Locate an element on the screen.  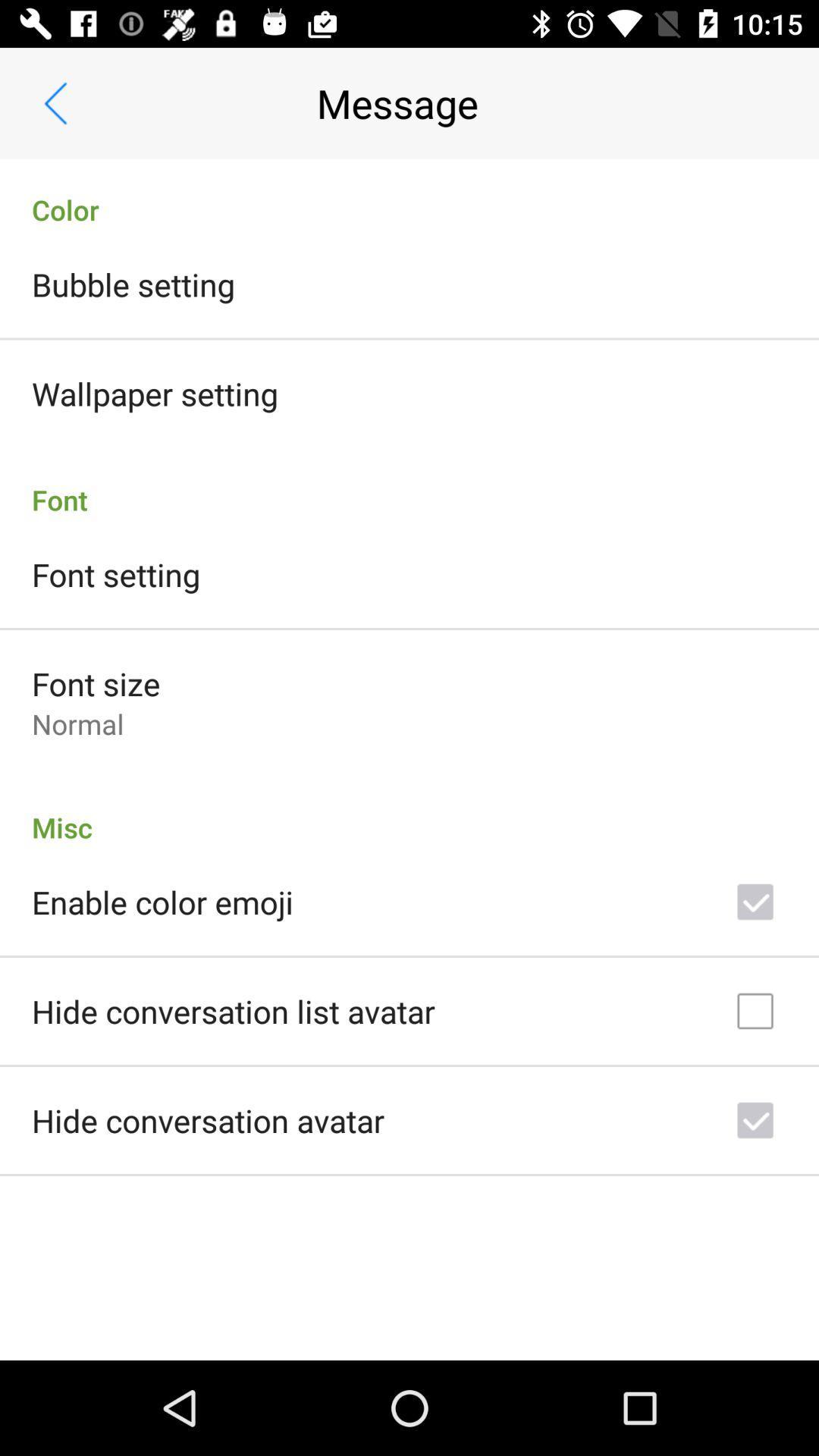
the bubble setting item is located at coordinates (132, 284).